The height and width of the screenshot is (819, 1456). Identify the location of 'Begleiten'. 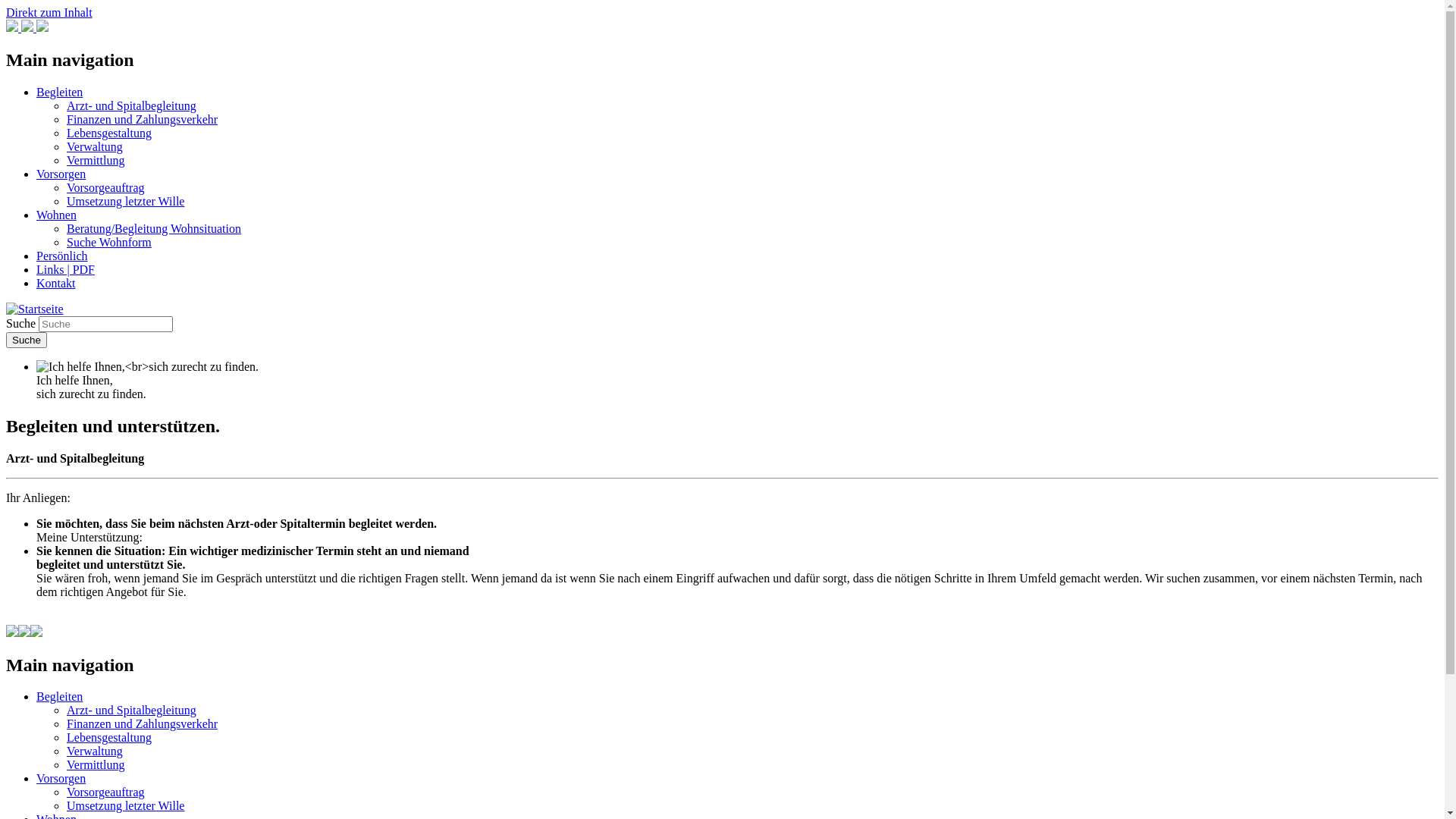
(59, 696).